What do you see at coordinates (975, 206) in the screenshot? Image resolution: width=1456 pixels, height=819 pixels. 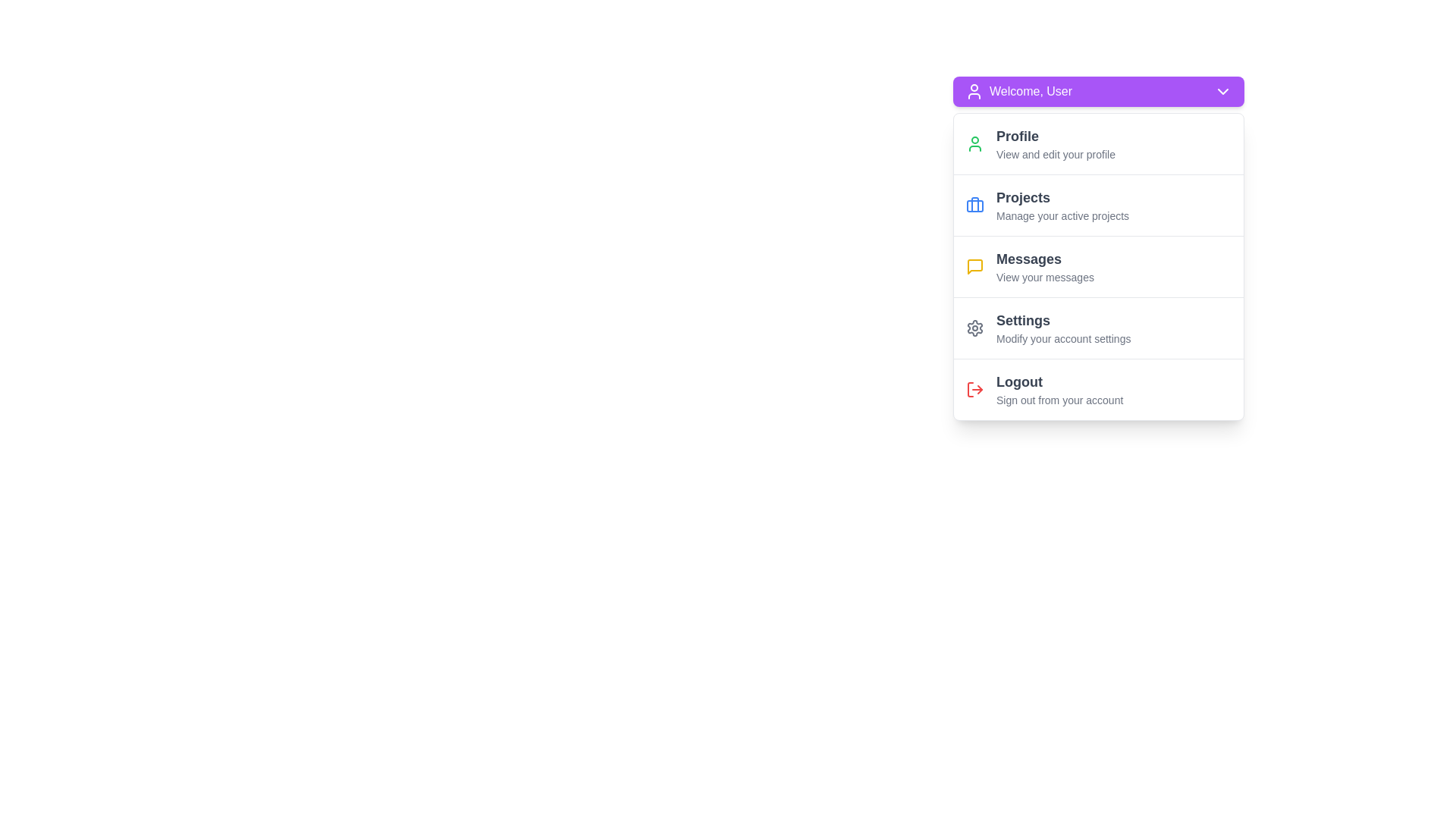 I see `the Vector graphic component within the 'Projects' menu item icon, which is part of the dropdown menu` at bounding box center [975, 206].